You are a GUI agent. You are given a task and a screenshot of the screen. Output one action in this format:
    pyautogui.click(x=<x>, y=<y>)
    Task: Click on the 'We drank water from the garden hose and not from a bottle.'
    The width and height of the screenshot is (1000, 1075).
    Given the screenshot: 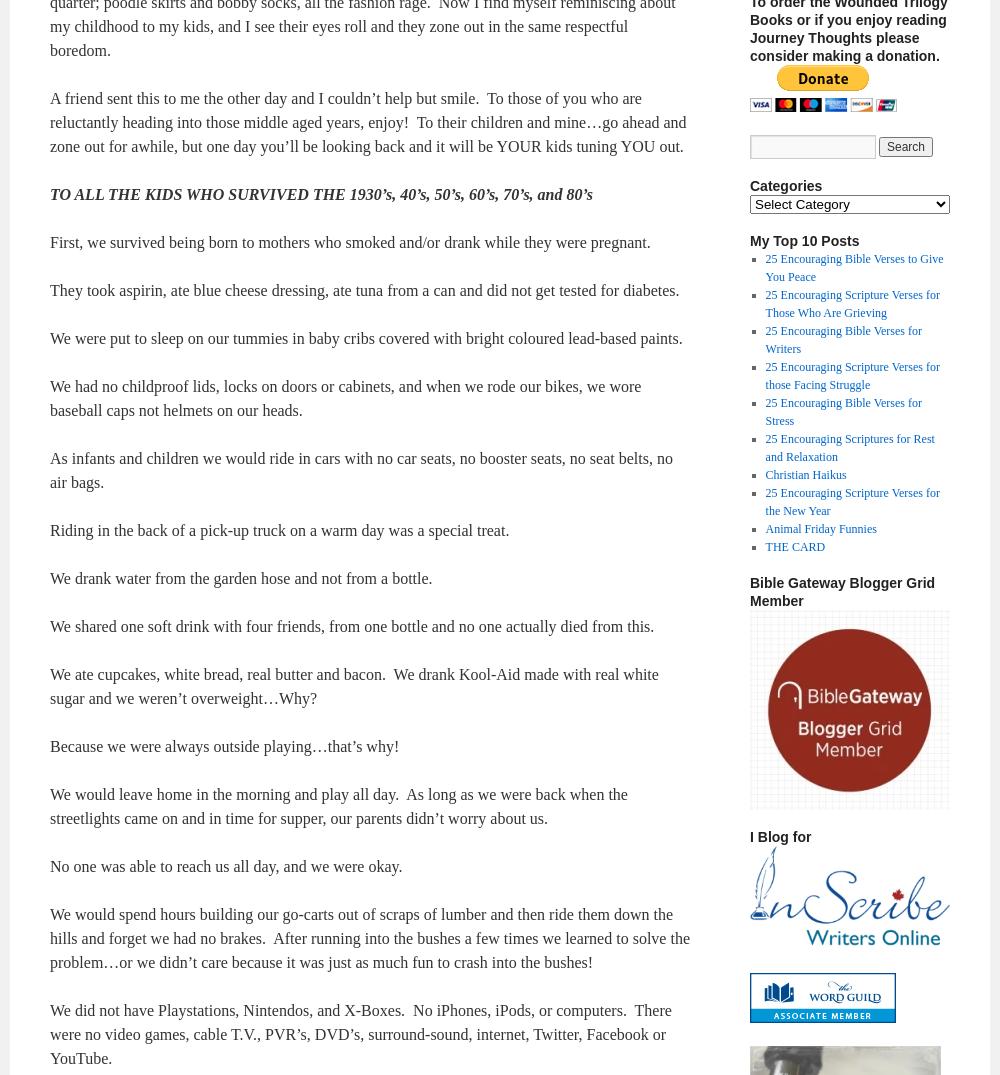 What is the action you would take?
    pyautogui.click(x=240, y=578)
    